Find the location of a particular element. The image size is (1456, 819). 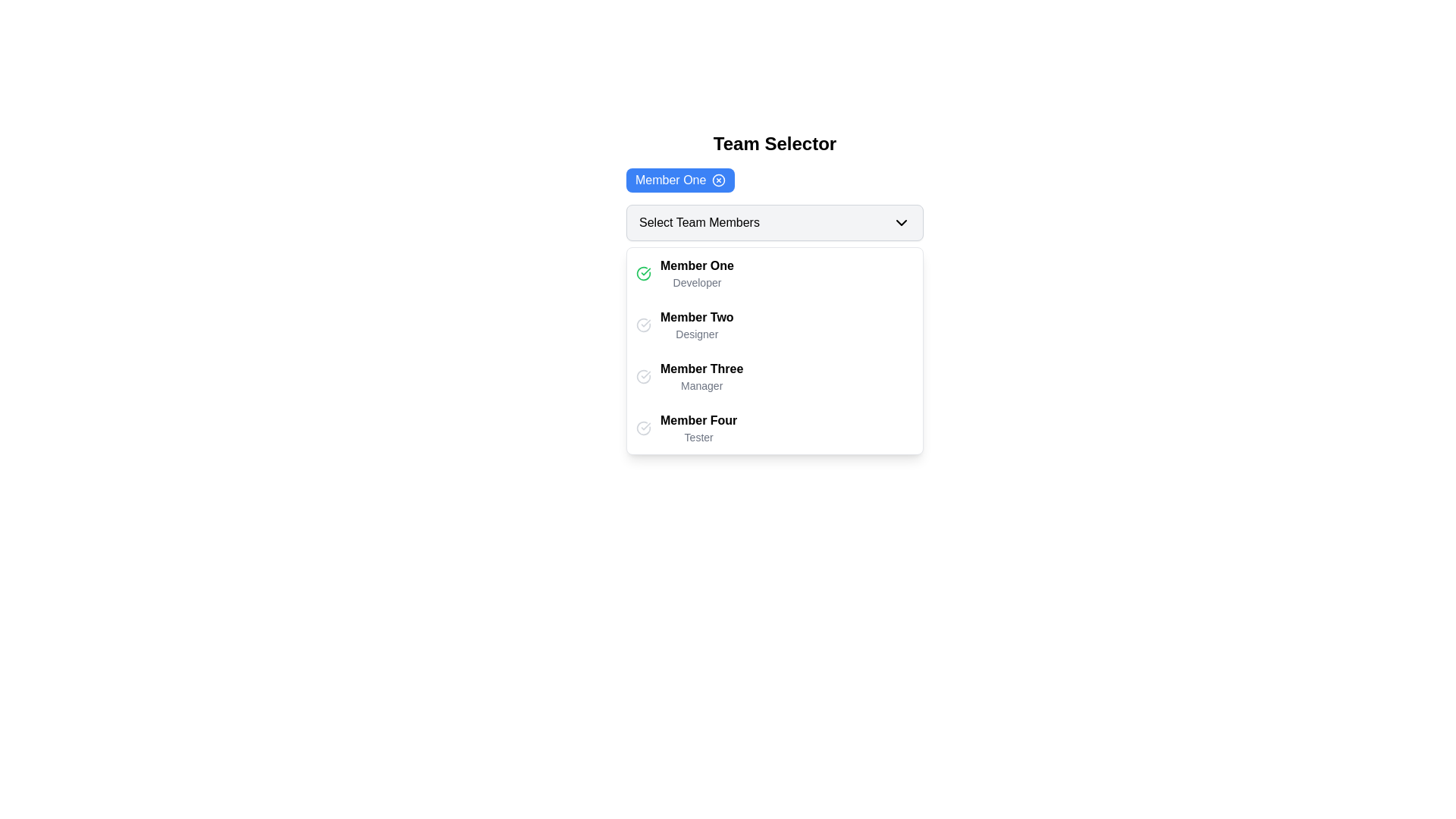

the 'Member Three' option in the dropdown list under 'Select Team Members' in the 'Team Selector' interface is located at coordinates (701, 376).